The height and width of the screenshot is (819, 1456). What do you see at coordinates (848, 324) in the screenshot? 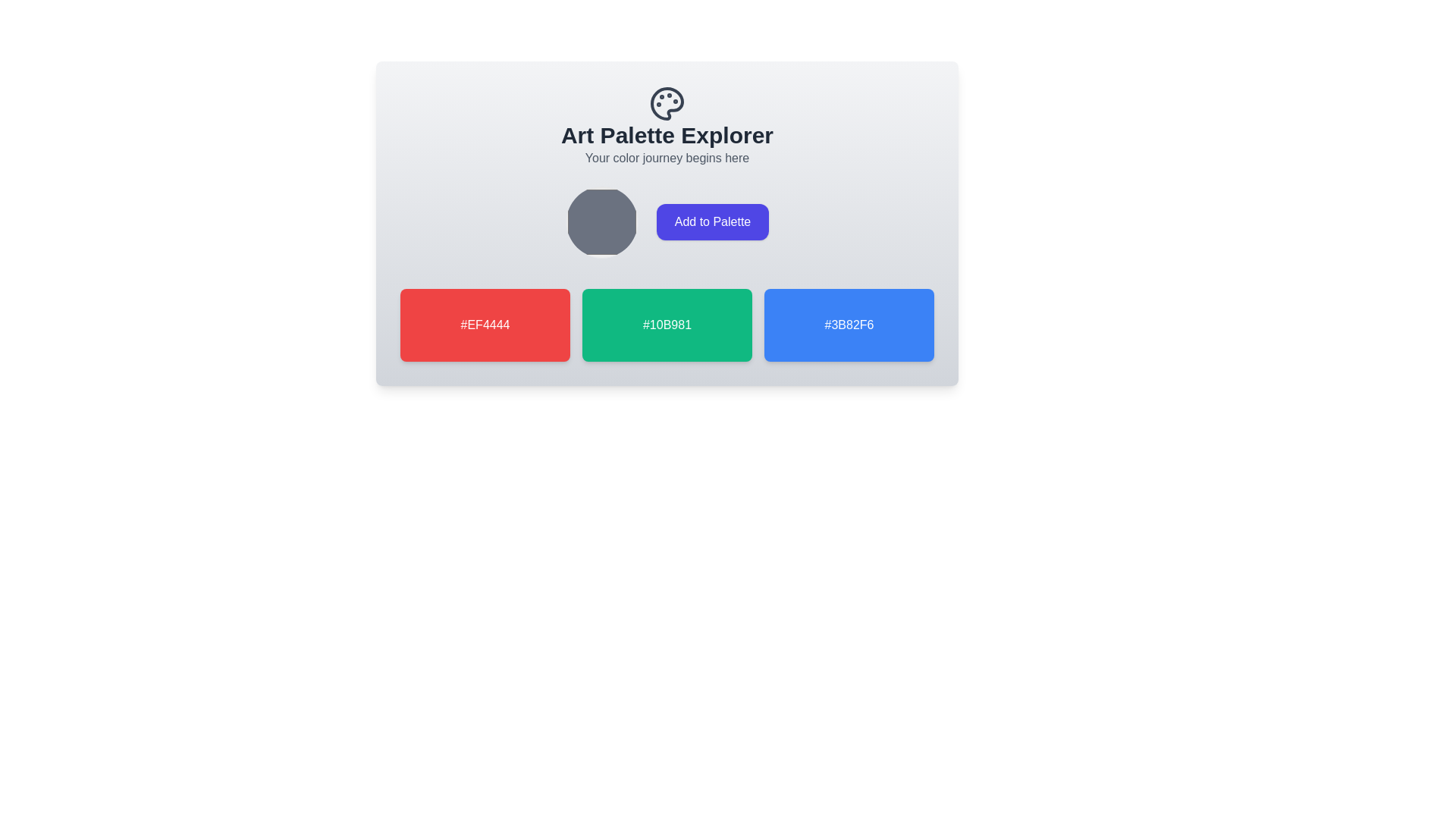
I see `the text label displaying the color code '#3B82F6', which is styled with white text and placed centrally against a light blue background, located in the rightmost position of a row beneath the title 'Art Palette Explorer' and the button labeled 'Add to Palette'` at bounding box center [848, 324].